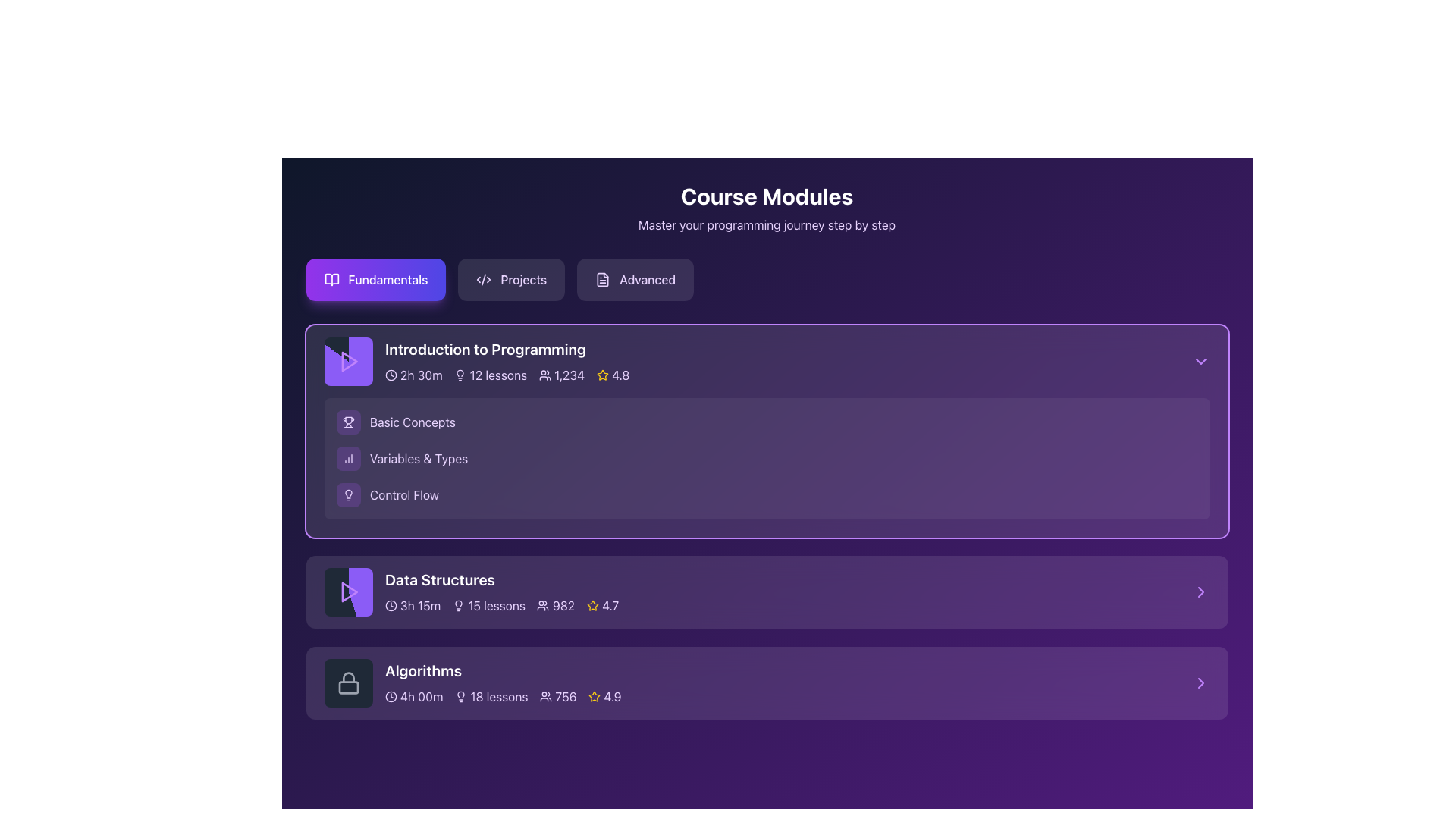 The width and height of the screenshot is (1456, 819). Describe the element at coordinates (544, 375) in the screenshot. I see `the user indicator icon located to the left of the number '1,234' within the 'Introduction to Programming' card, which visually indicates the number of participants` at that location.